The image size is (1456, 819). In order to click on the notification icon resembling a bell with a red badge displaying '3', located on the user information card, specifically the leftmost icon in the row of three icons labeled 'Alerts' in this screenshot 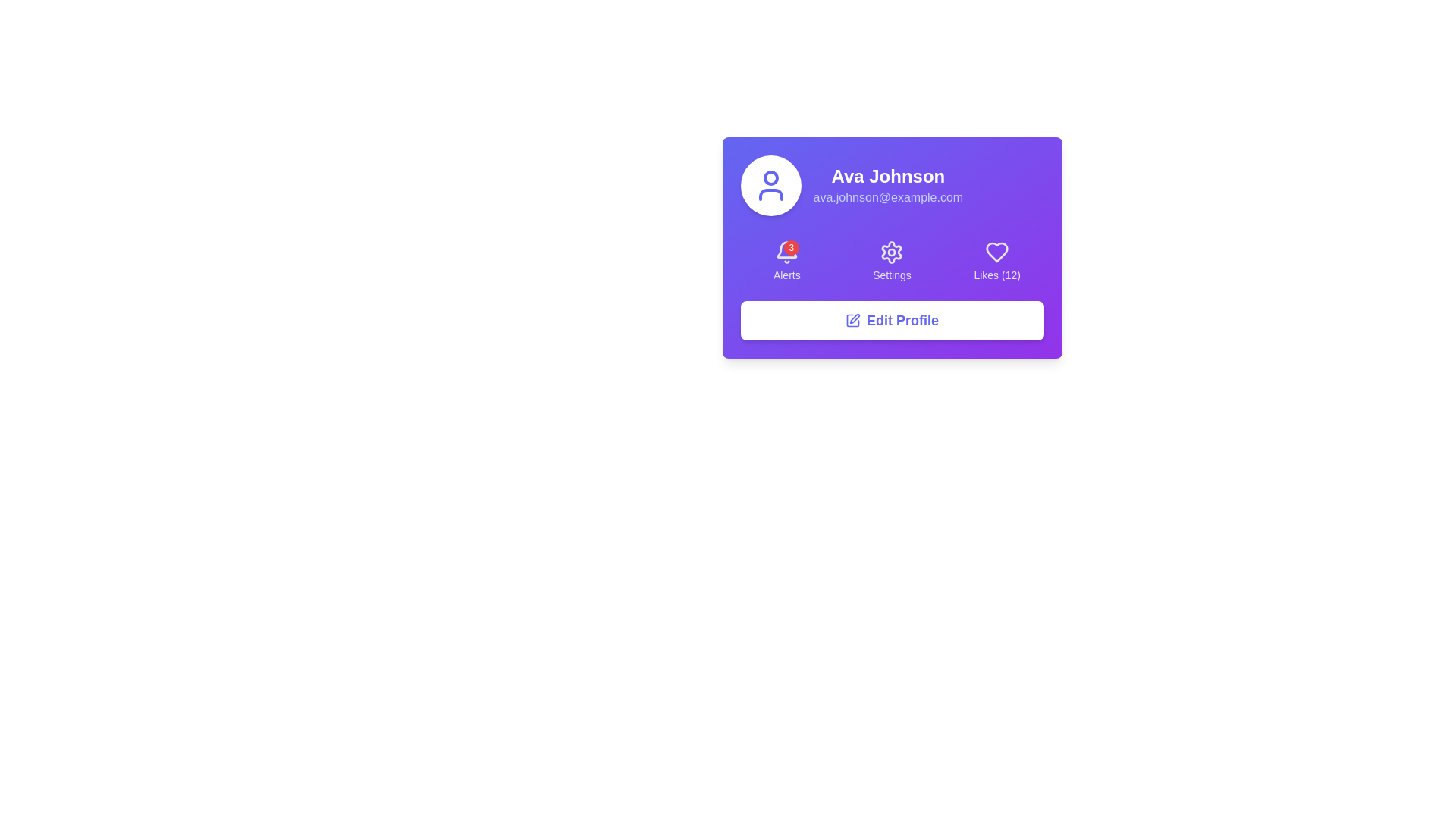, I will do `click(786, 251)`.